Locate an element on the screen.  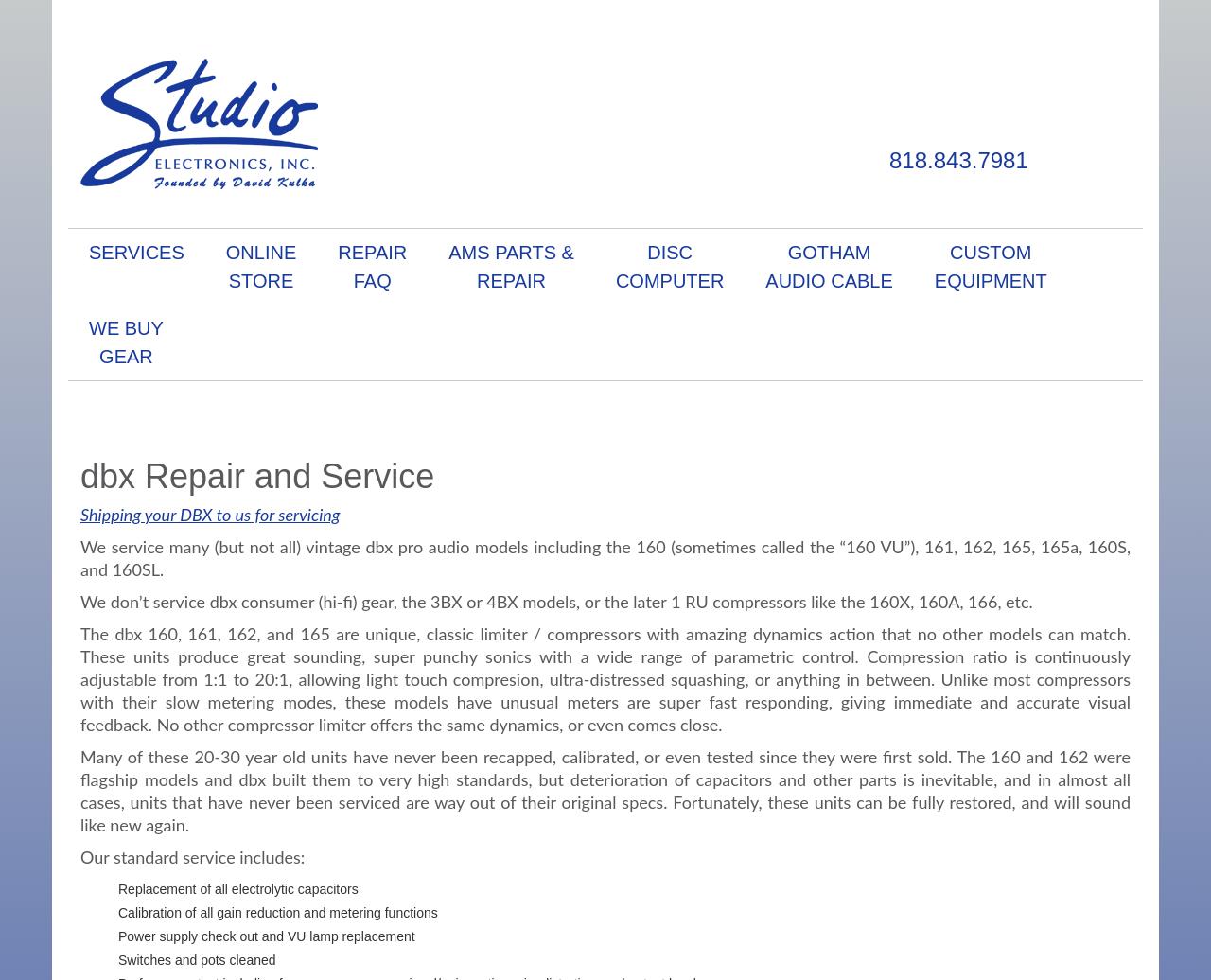
'818.843.7981' is located at coordinates (957, 160).